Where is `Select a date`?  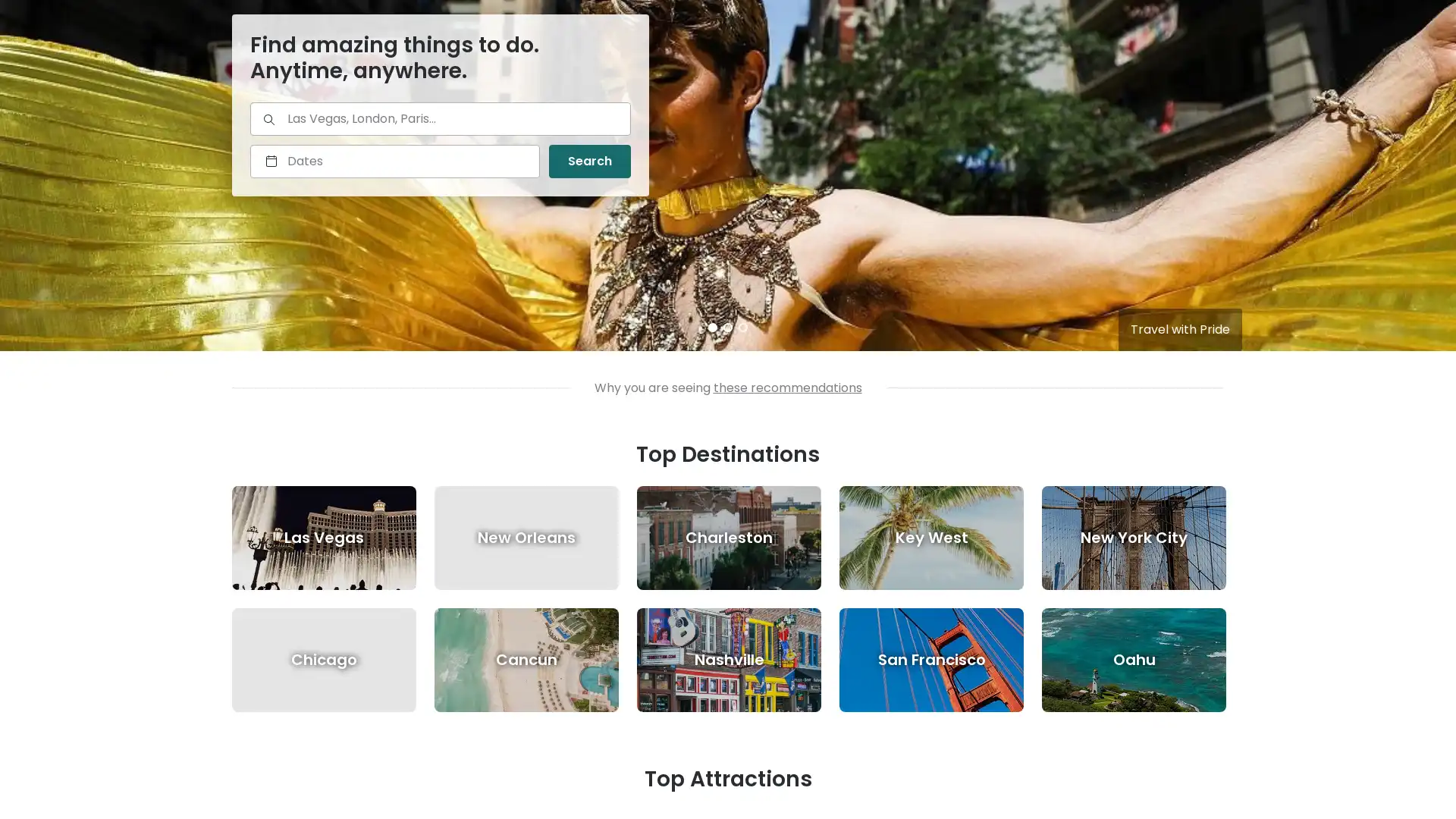 Select a date is located at coordinates (395, 161).